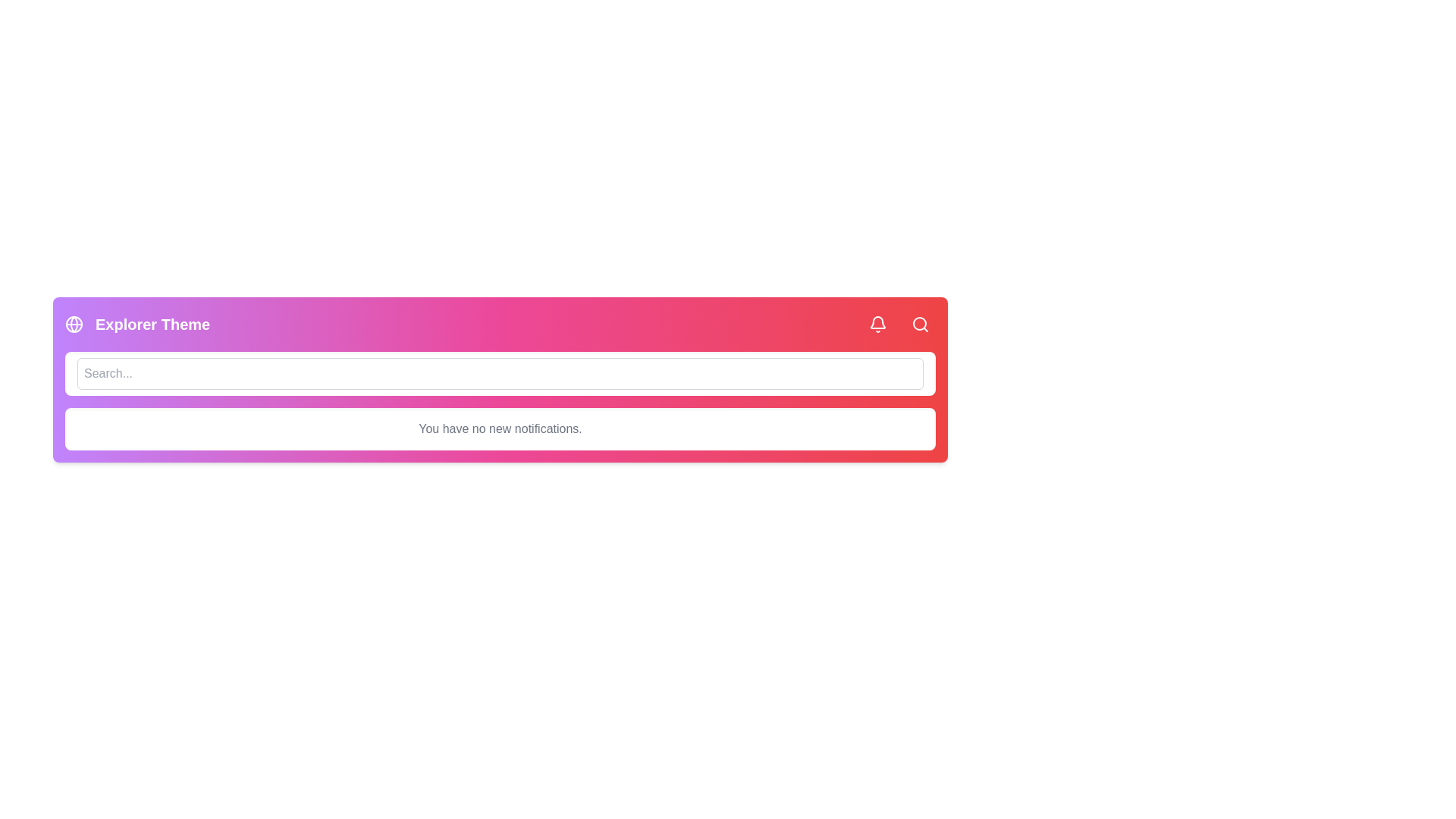 This screenshot has height=819, width=1456. What do you see at coordinates (877, 324) in the screenshot?
I see `the notification button located in the top-right area of the navigation bar` at bounding box center [877, 324].